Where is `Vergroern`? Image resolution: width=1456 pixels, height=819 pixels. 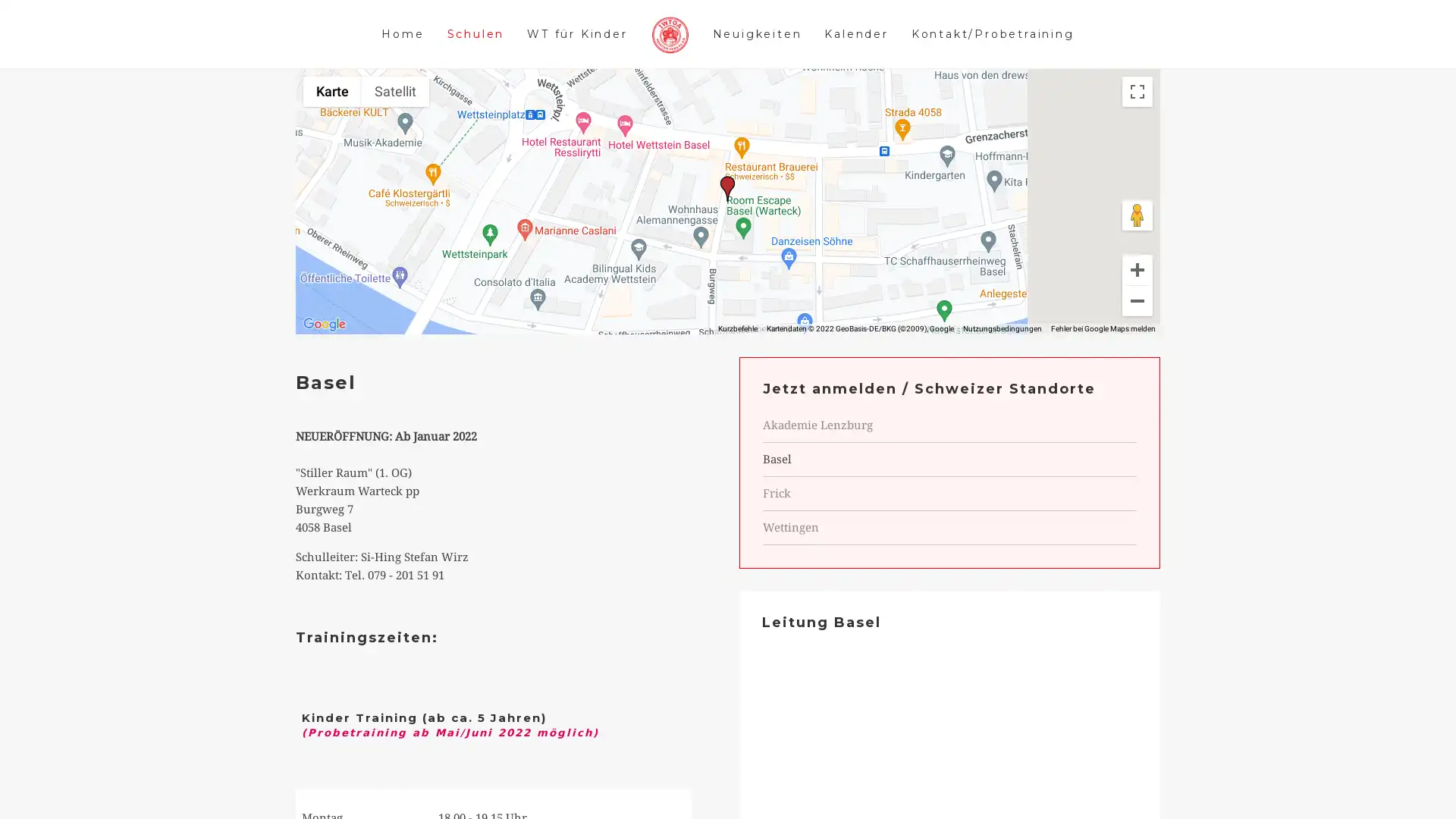 Vergroern is located at coordinates (1137, 292).